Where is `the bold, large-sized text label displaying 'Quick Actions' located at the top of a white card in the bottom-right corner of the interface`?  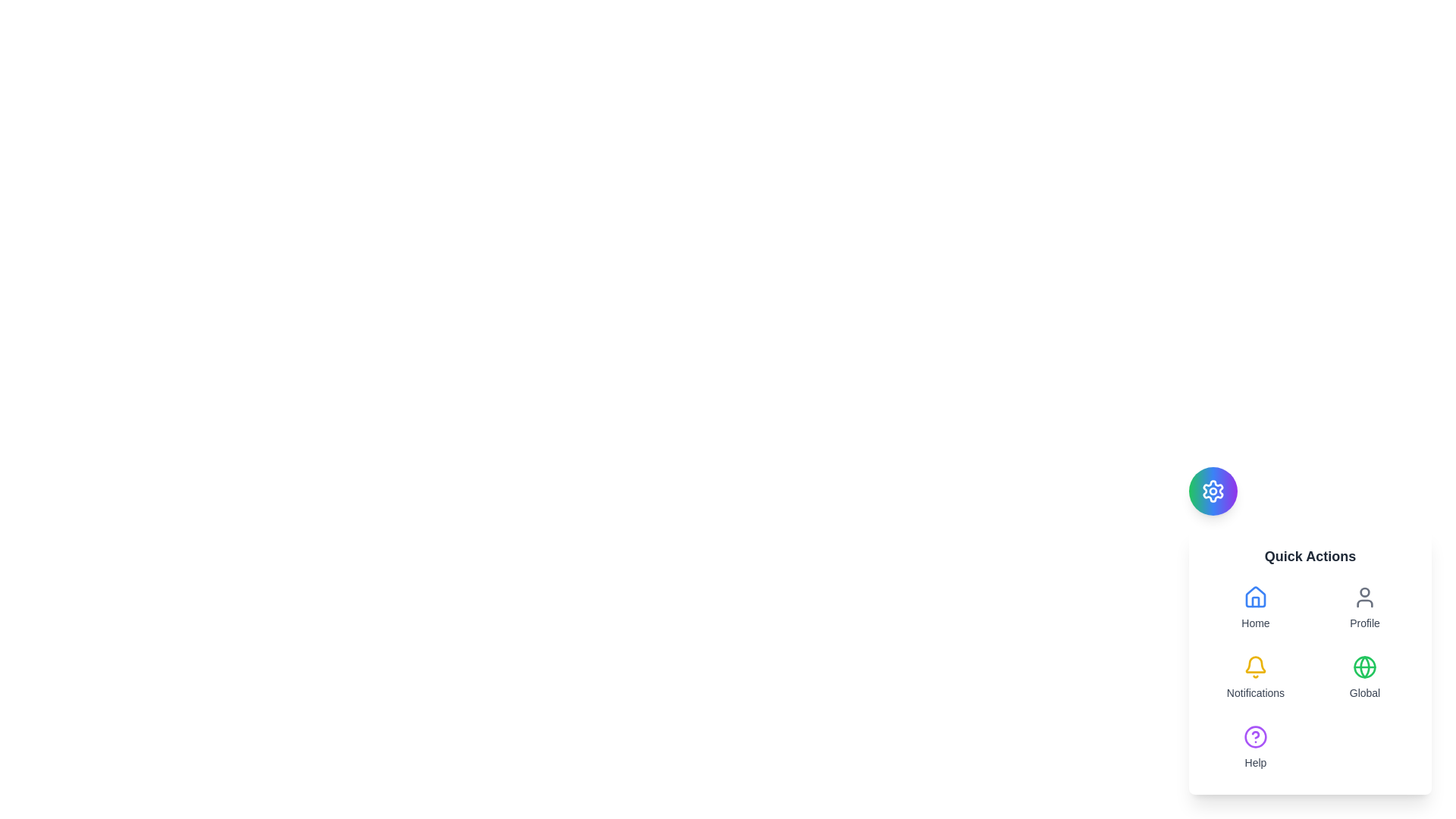
the bold, large-sized text label displaying 'Quick Actions' located at the top of a white card in the bottom-right corner of the interface is located at coordinates (1310, 556).